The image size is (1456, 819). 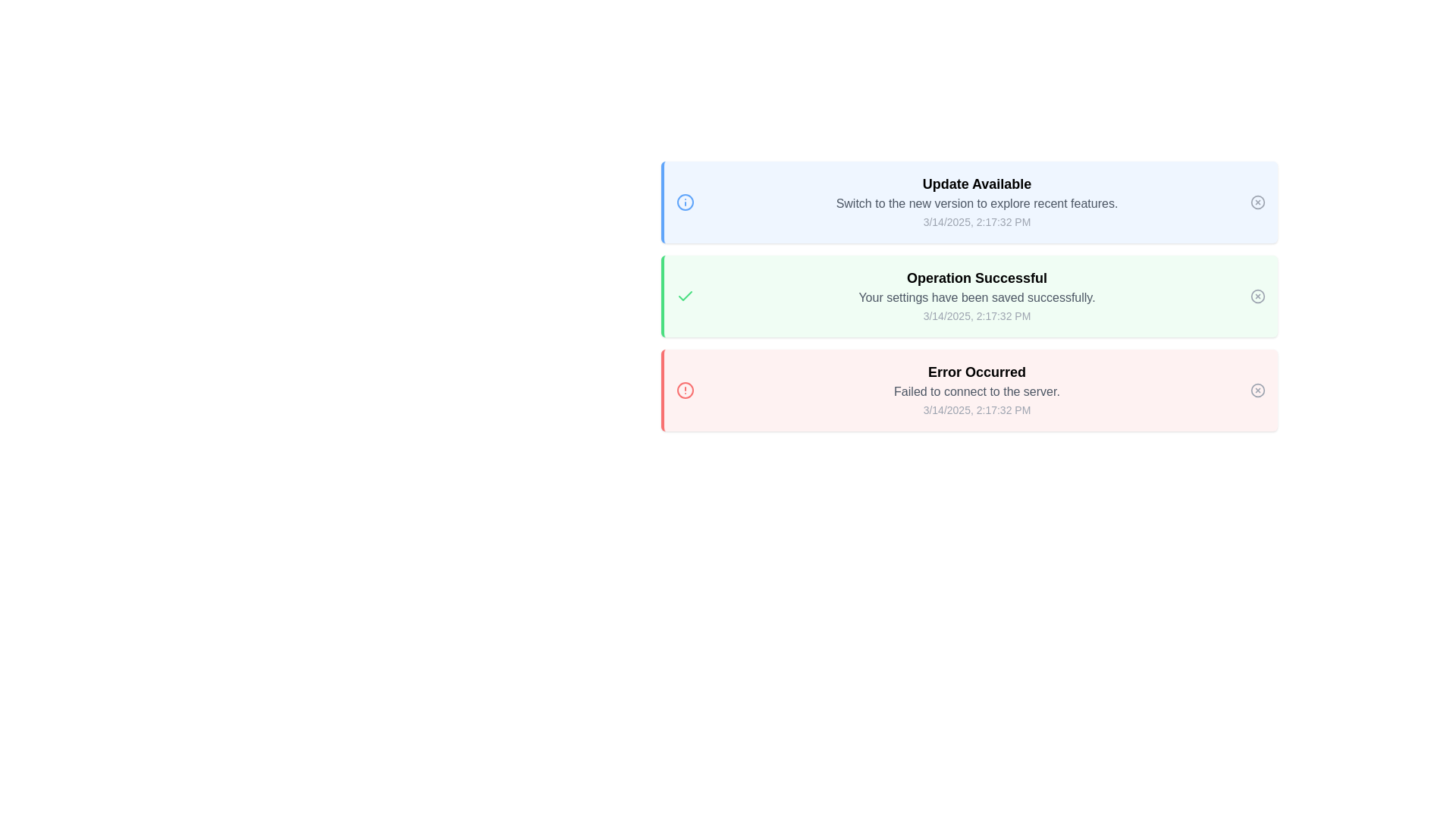 What do you see at coordinates (684, 295) in the screenshot?
I see `the decorative checkmark icon within the green notification block labeled 'Operation Successful'` at bounding box center [684, 295].